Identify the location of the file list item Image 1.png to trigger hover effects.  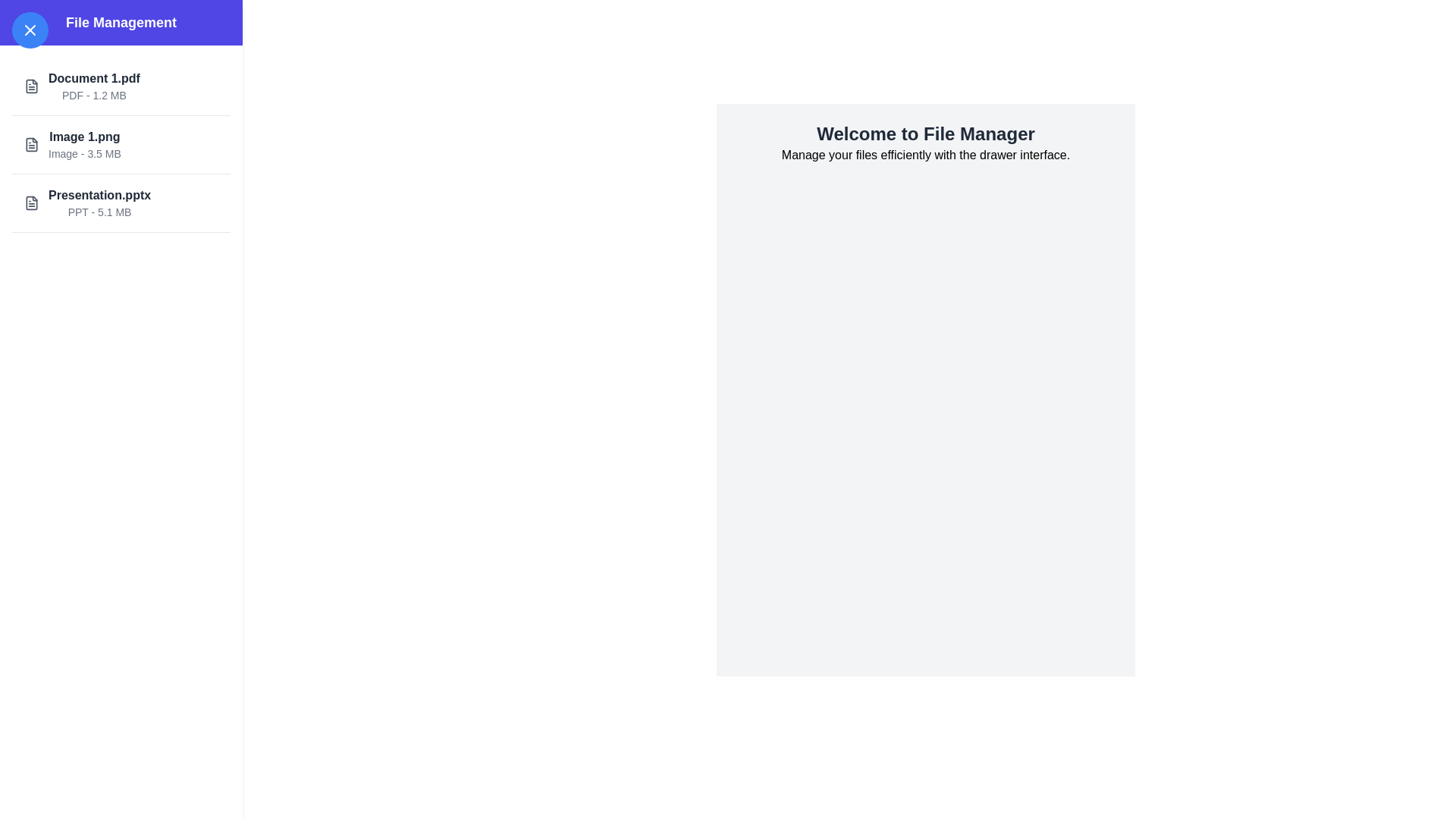
(120, 145).